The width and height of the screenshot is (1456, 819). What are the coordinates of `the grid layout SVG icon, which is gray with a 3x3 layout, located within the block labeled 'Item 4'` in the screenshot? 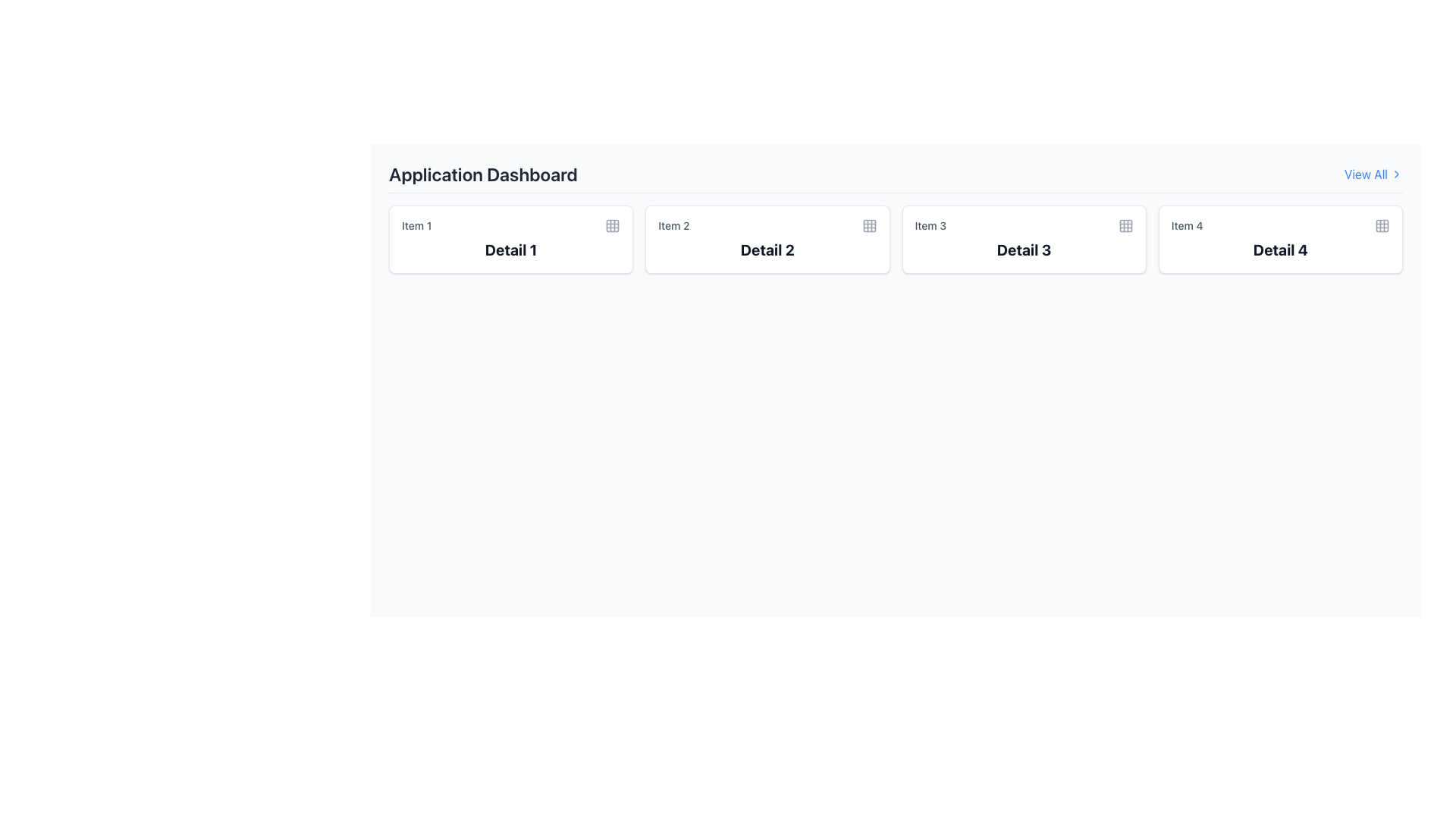 It's located at (1382, 225).